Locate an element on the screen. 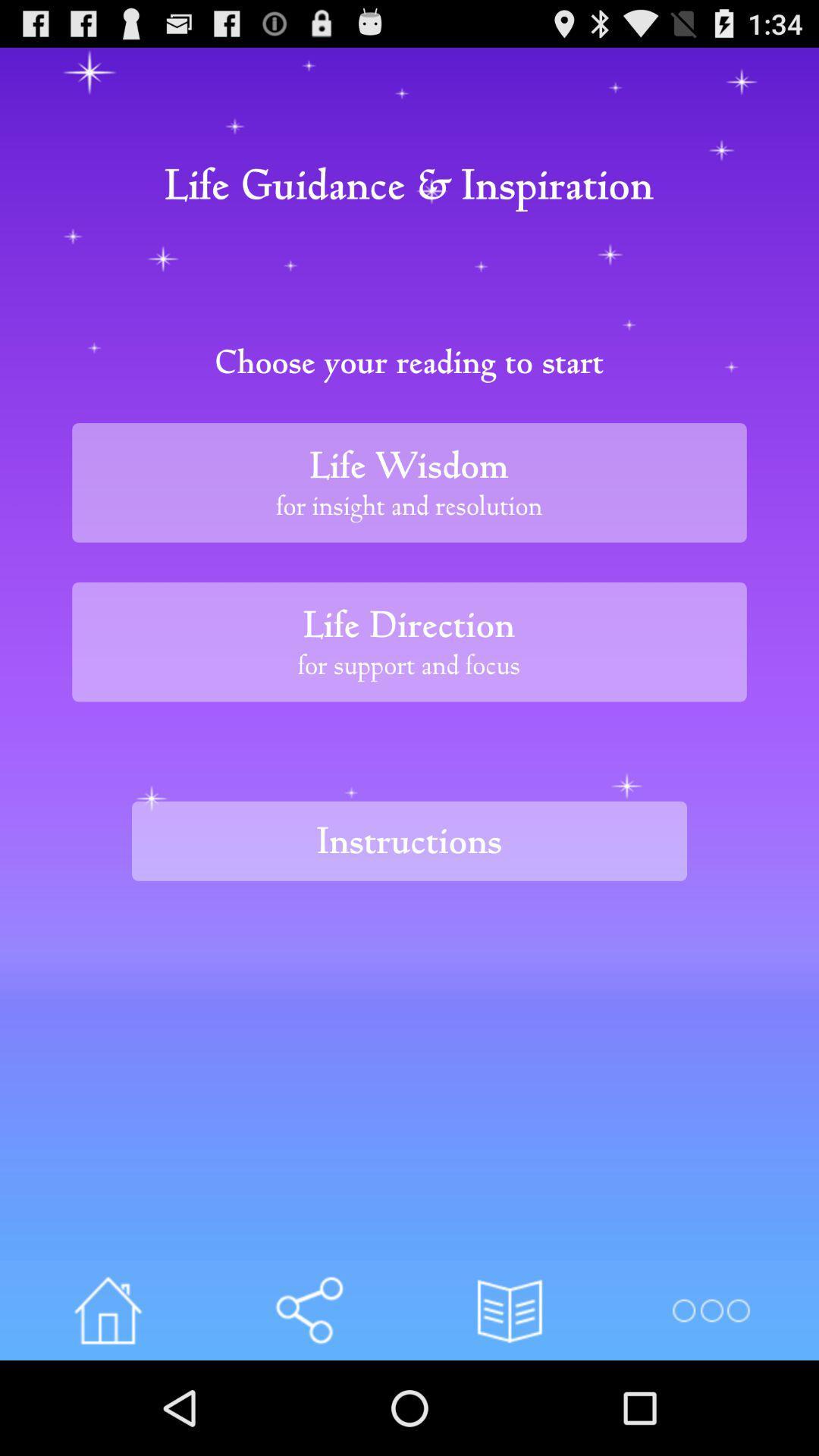 This screenshot has height=1456, width=819. options is located at coordinates (711, 1310).